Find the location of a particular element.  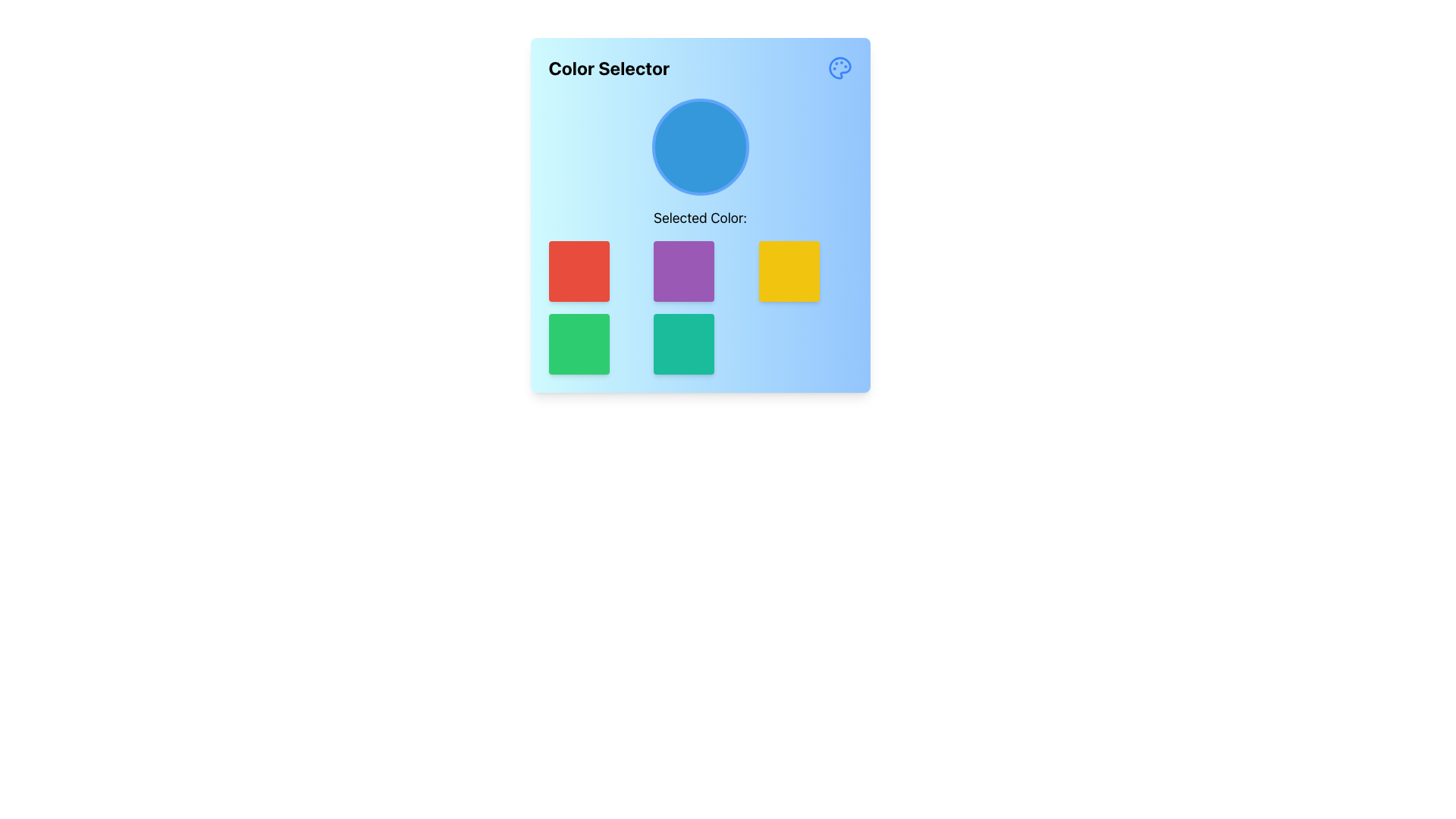

the circular button located at the top-right corner of the yellow tile in the color selection layout, which appears on hover or focus is located at coordinates (842, 249).